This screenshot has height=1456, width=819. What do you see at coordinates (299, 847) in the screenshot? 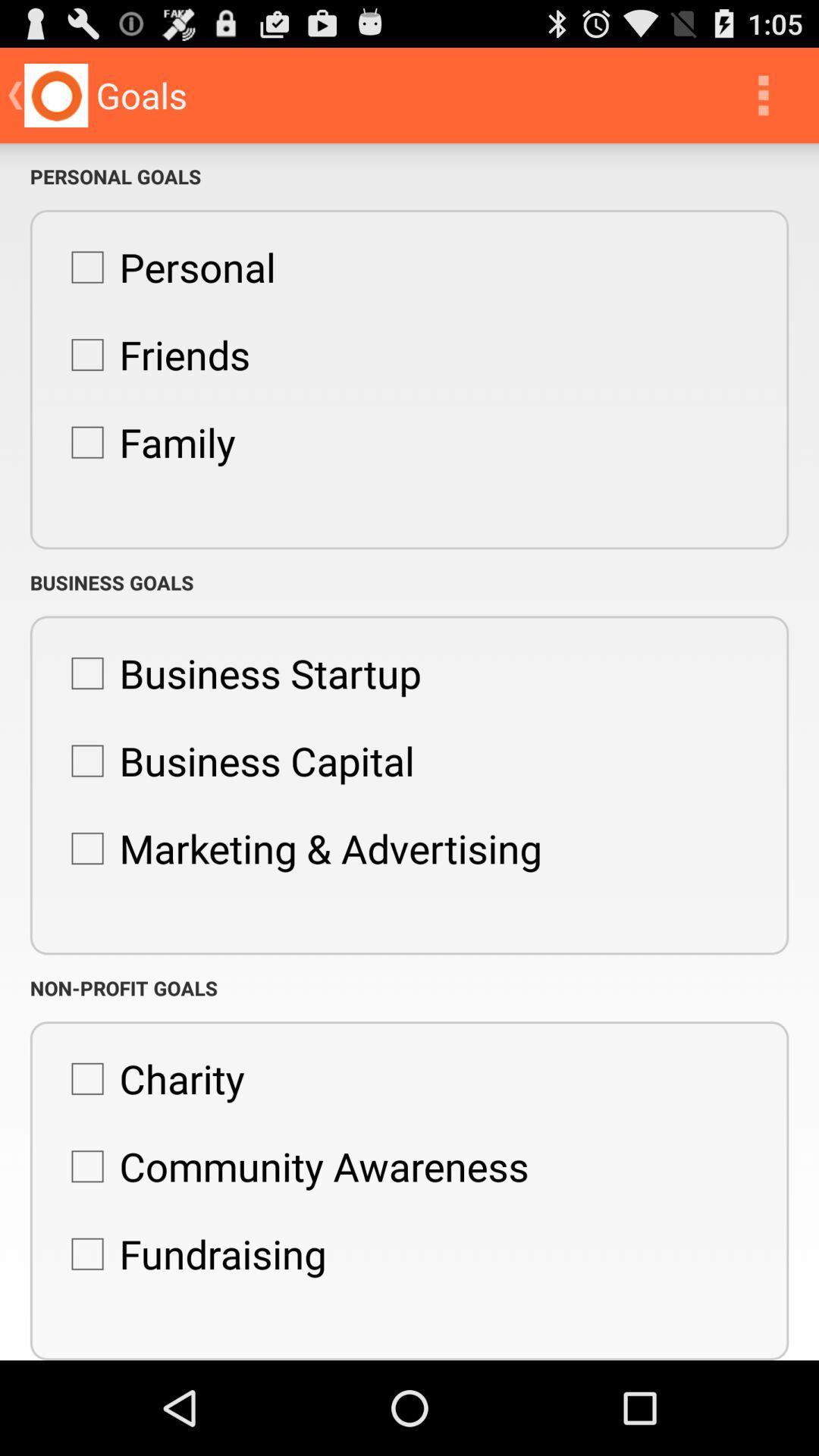
I see `checkbox at the center` at bounding box center [299, 847].